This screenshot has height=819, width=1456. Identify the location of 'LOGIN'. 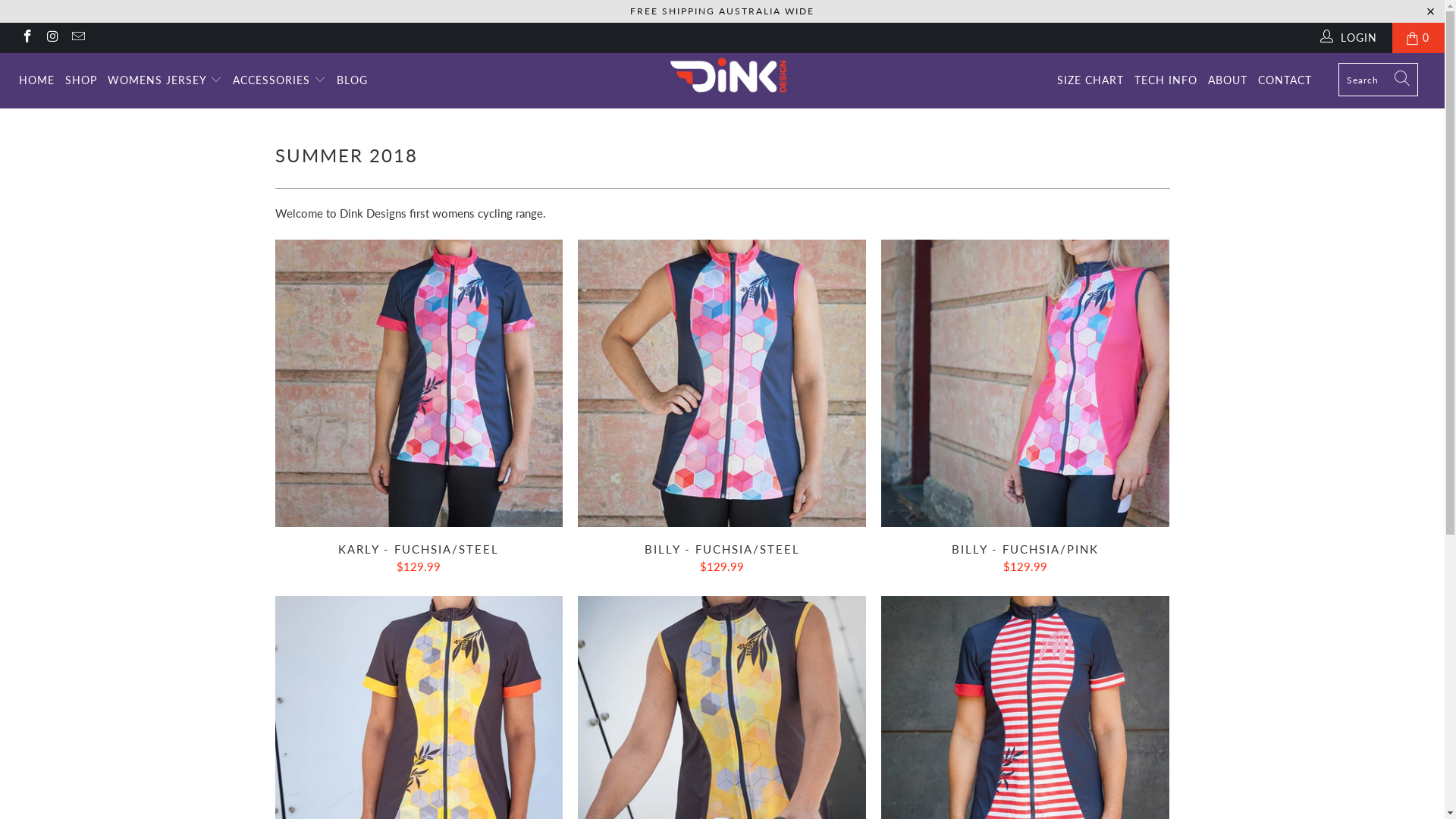
(1350, 37).